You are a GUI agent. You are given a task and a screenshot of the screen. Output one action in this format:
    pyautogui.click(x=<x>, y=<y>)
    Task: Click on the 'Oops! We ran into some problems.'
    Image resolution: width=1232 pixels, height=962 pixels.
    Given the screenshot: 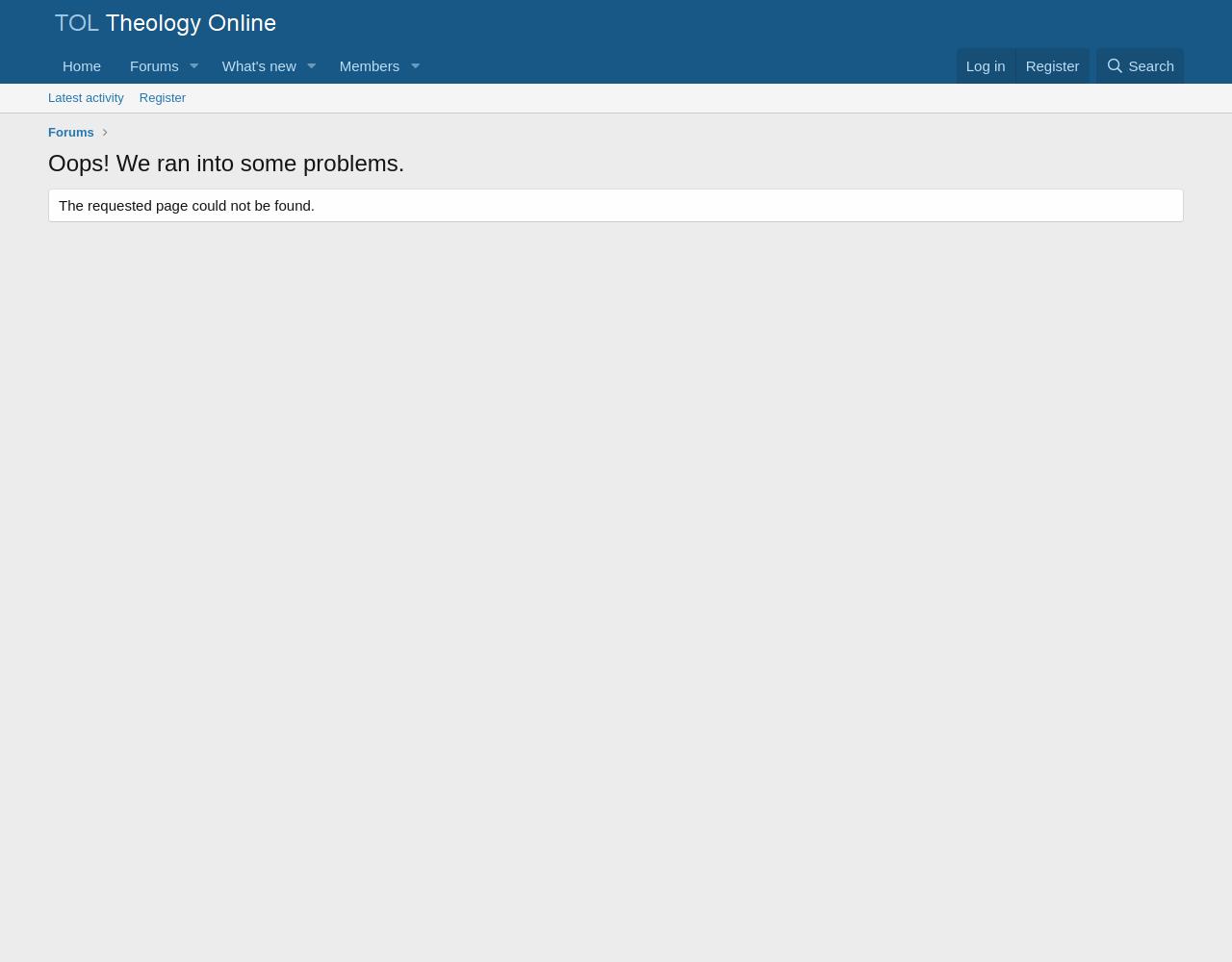 What is the action you would take?
    pyautogui.click(x=226, y=162)
    